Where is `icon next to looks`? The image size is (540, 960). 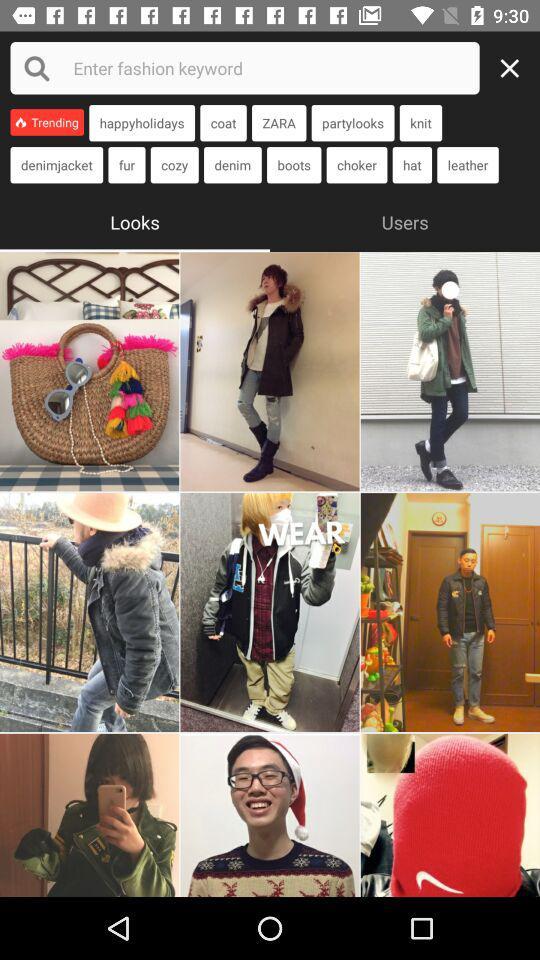 icon next to looks is located at coordinates (405, 220).